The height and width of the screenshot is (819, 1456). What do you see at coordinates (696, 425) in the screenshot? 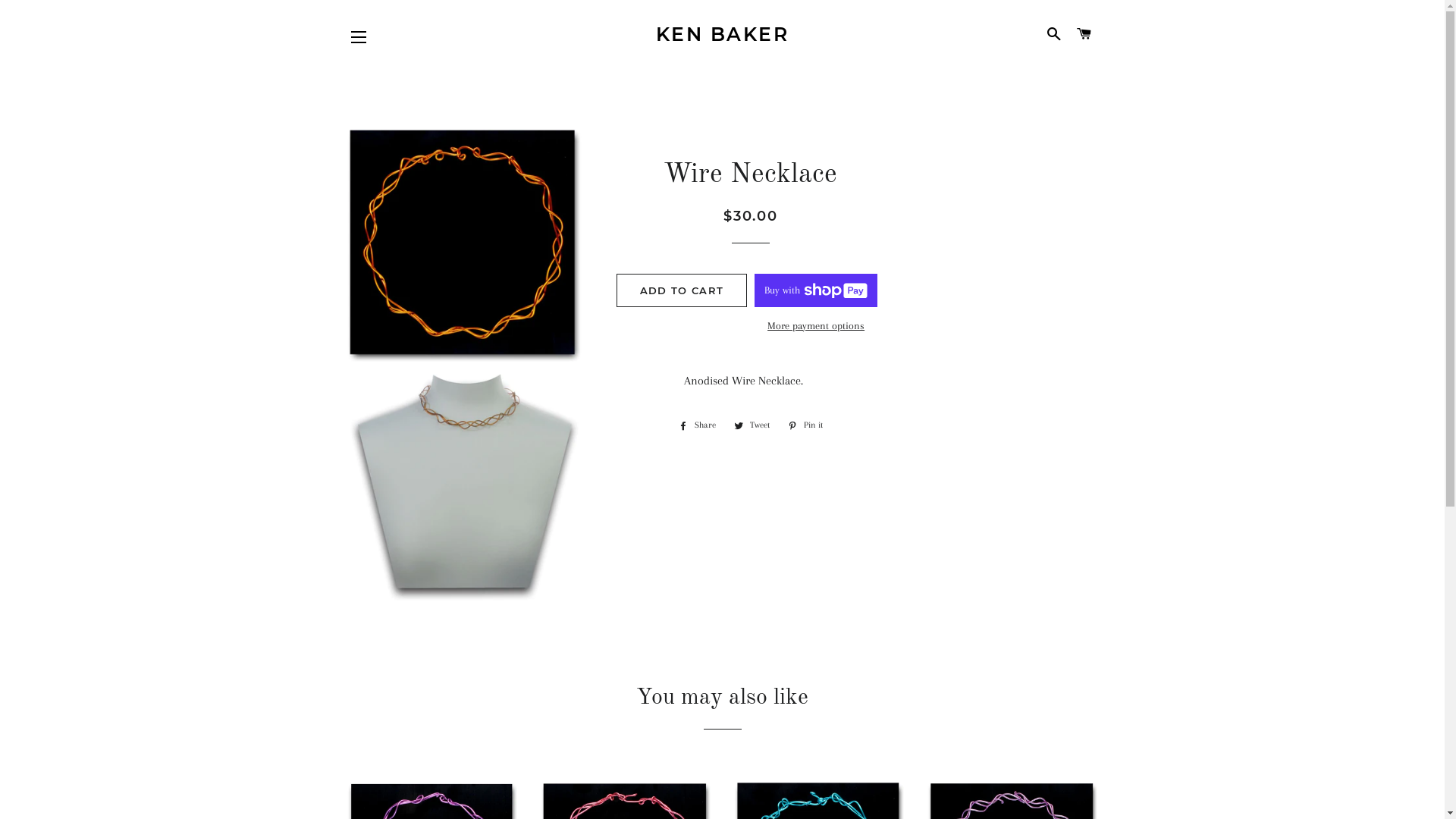
I see `'Share` at bounding box center [696, 425].